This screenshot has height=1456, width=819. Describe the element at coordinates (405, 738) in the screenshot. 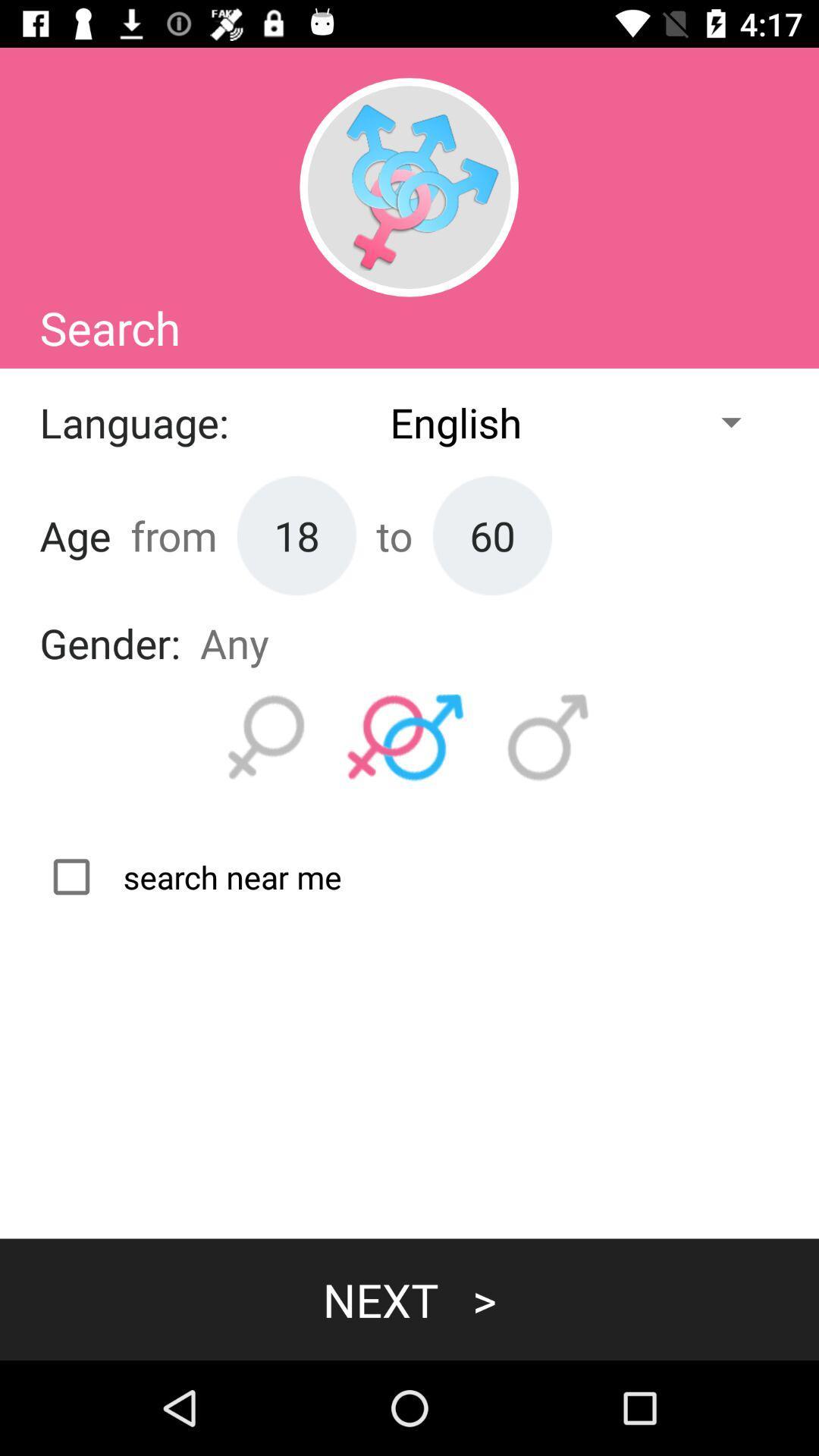

I see `set the any gender option` at that location.